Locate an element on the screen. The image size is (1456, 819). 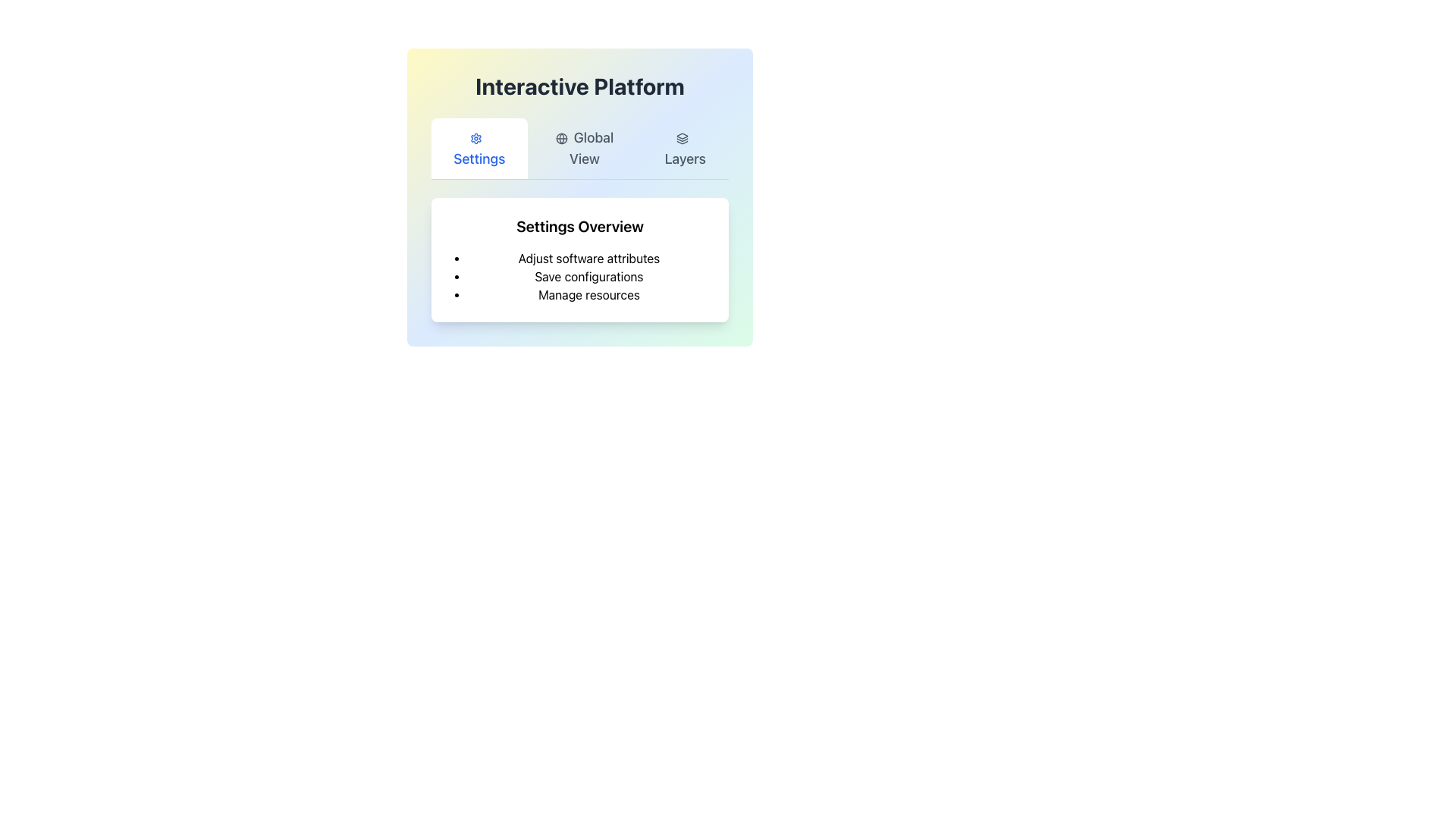
the 'Settings' button, which is a blue button with a gear icon above the text, positioned at the leftmost of three horizontal buttons in the upper section of the interface is located at coordinates (479, 149).